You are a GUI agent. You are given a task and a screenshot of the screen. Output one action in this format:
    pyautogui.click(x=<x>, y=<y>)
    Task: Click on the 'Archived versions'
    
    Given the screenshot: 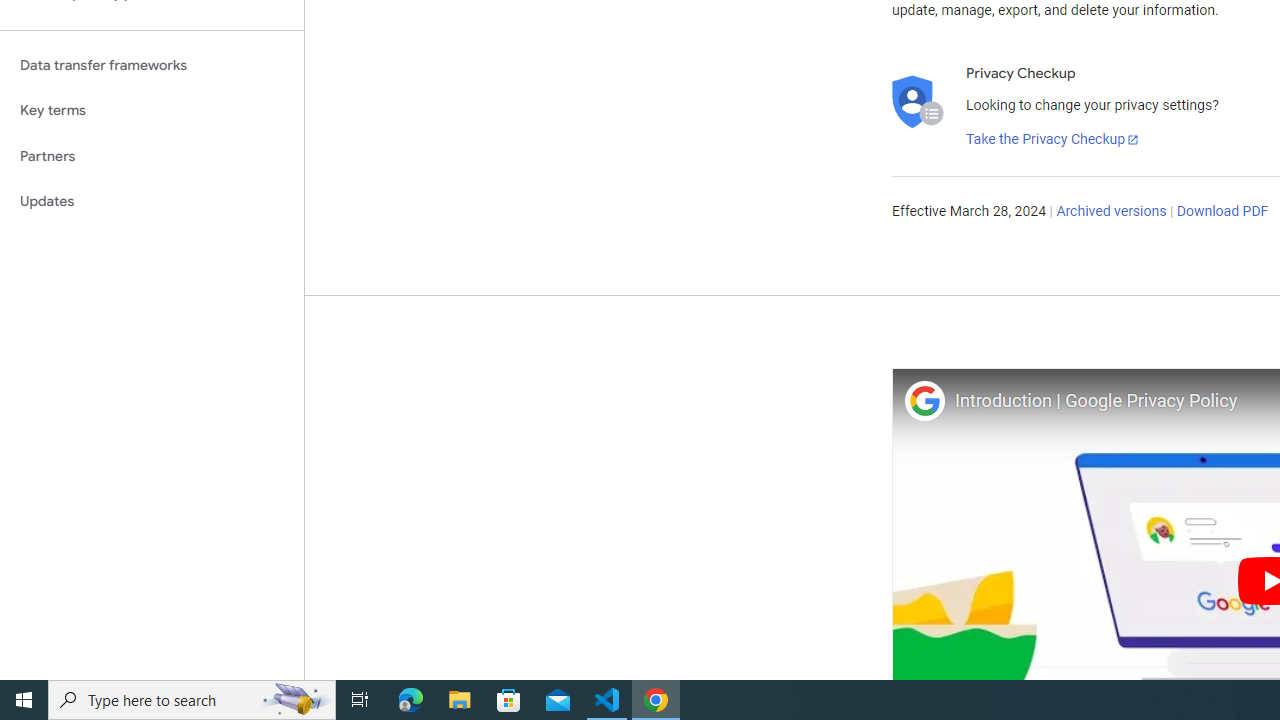 What is the action you would take?
    pyautogui.click(x=1110, y=212)
    